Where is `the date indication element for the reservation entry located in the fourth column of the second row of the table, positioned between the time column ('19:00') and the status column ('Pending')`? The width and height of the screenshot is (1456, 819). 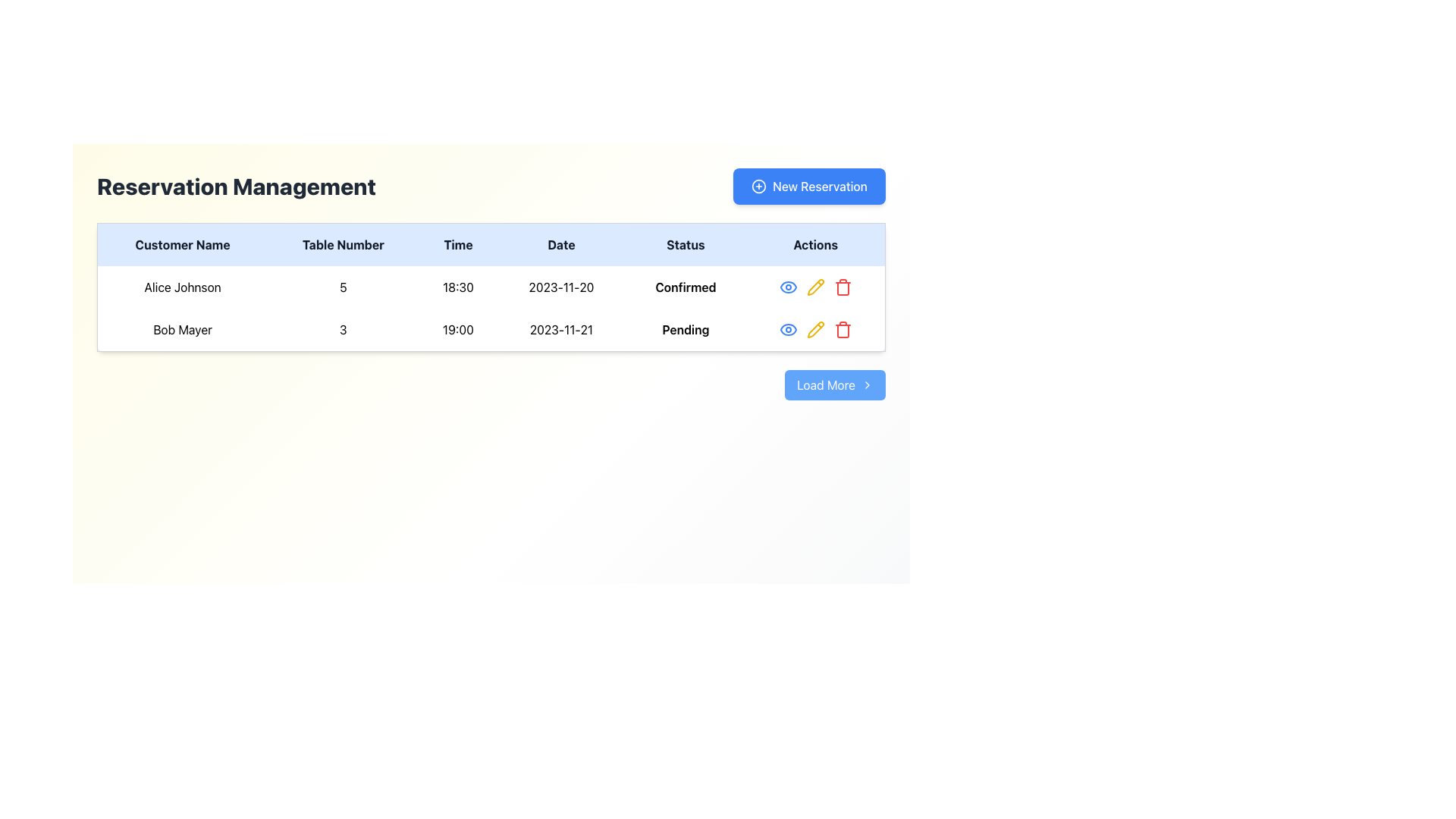
the date indication element for the reservation entry located in the fourth column of the second row of the table, positioned between the time column ('19:00') and the status column ('Pending') is located at coordinates (560, 329).